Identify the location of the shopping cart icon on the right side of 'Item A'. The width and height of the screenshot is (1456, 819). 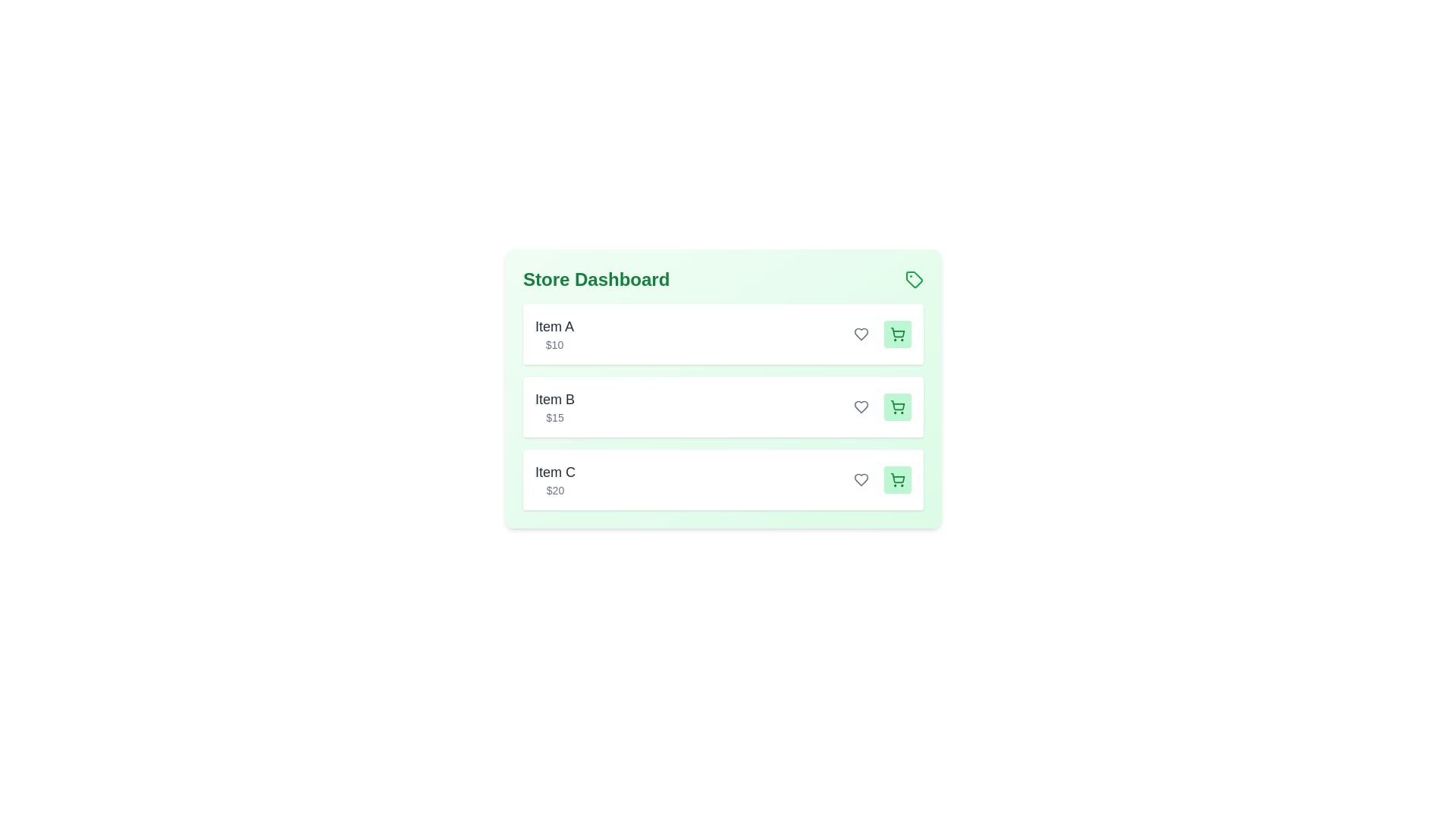
(898, 333).